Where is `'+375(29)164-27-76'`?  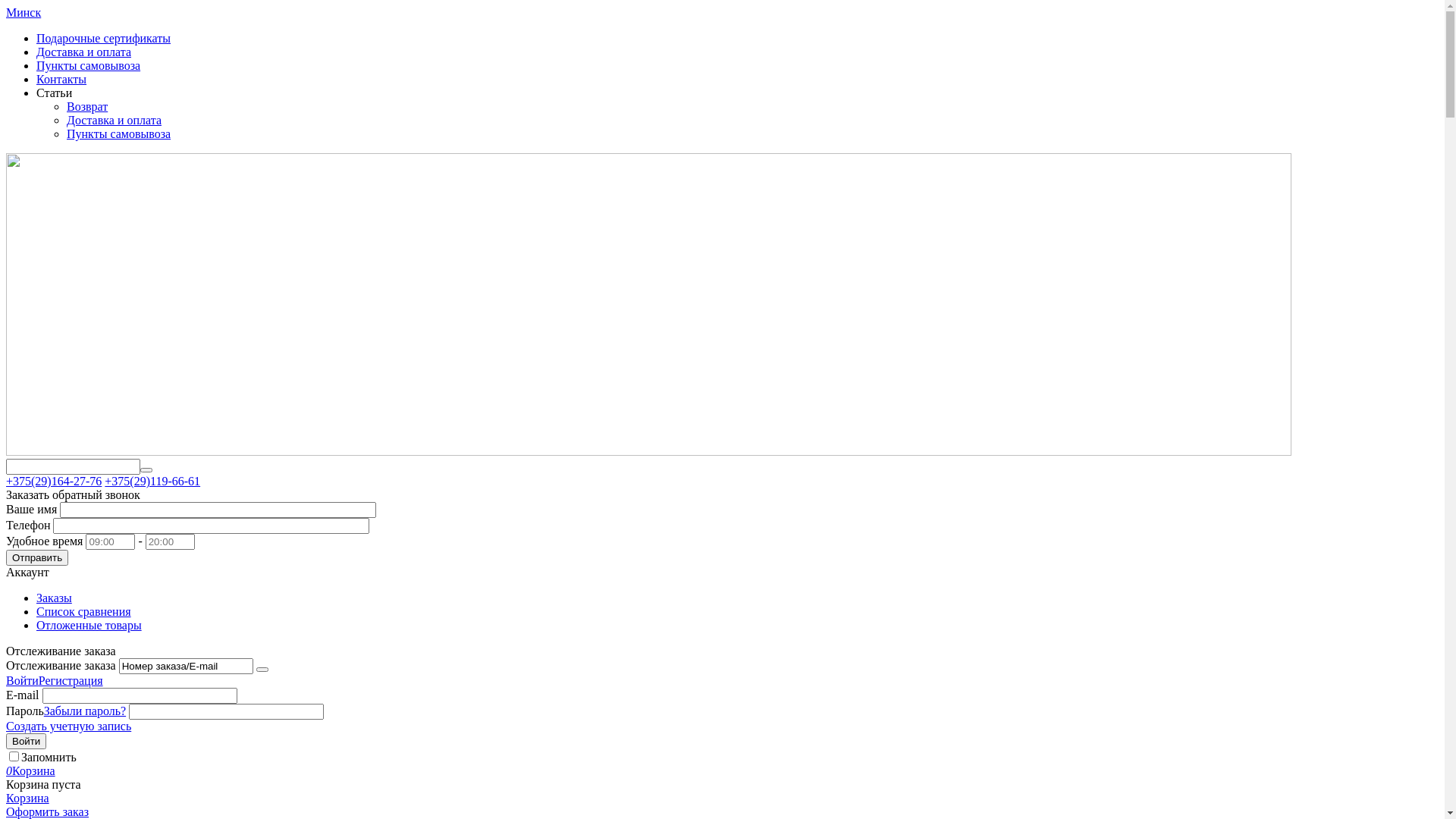
'+375(29)164-27-76' is located at coordinates (54, 481).